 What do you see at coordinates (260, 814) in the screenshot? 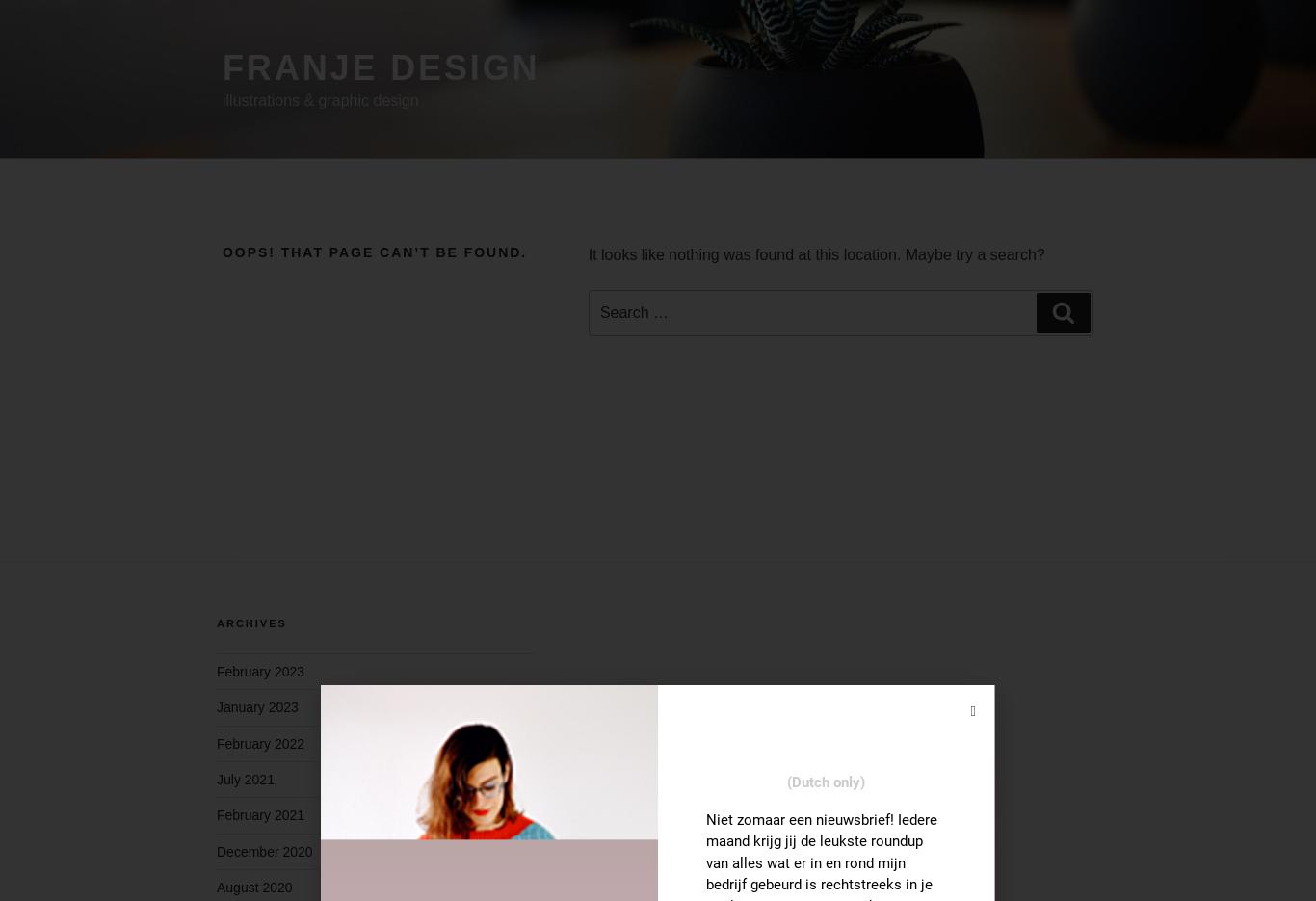
I see `'February 2021'` at bounding box center [260, 814].